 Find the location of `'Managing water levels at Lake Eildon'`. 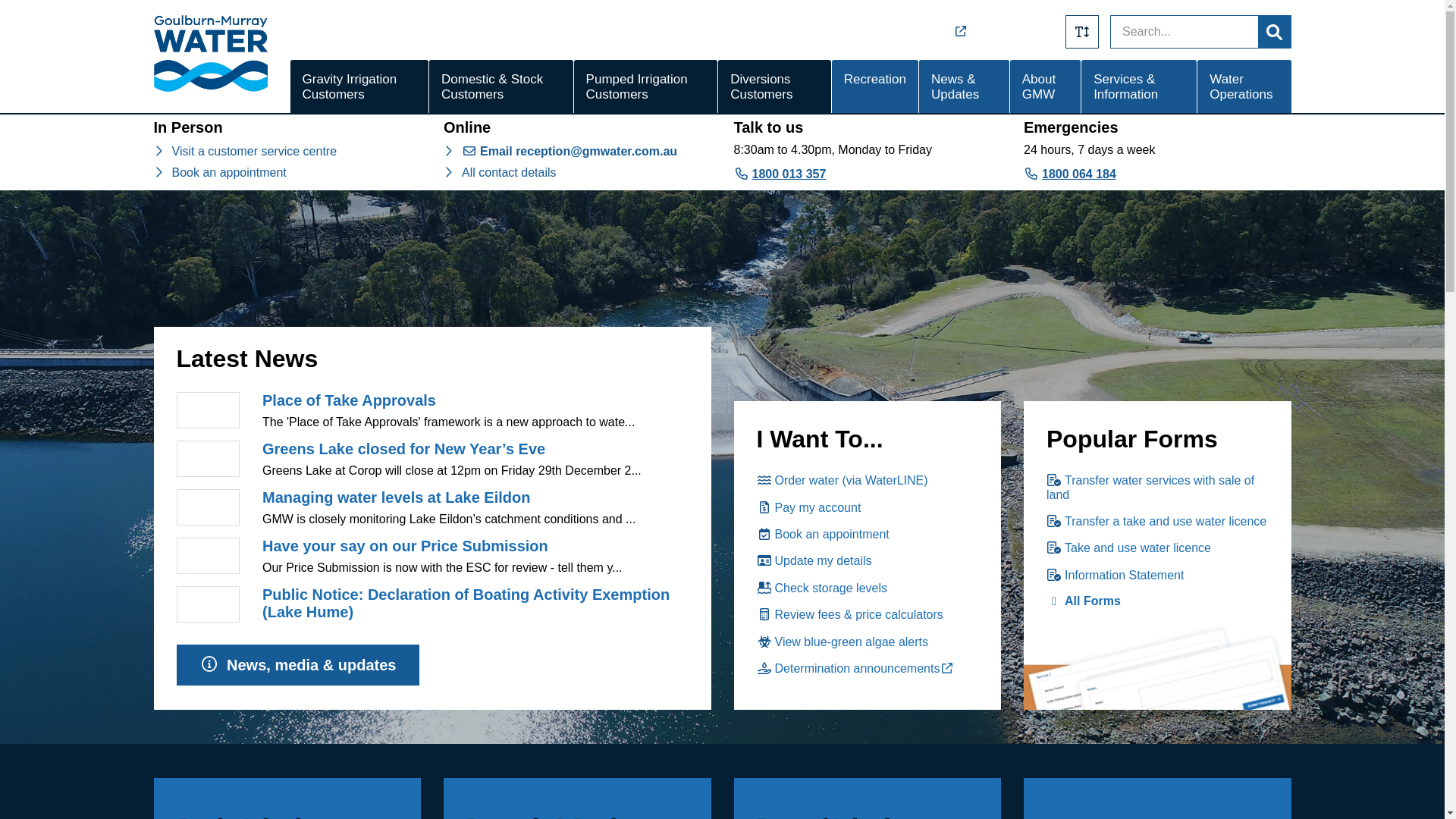

'Managing water levels at Lake Eildon' is located at coordinates (396, 497).